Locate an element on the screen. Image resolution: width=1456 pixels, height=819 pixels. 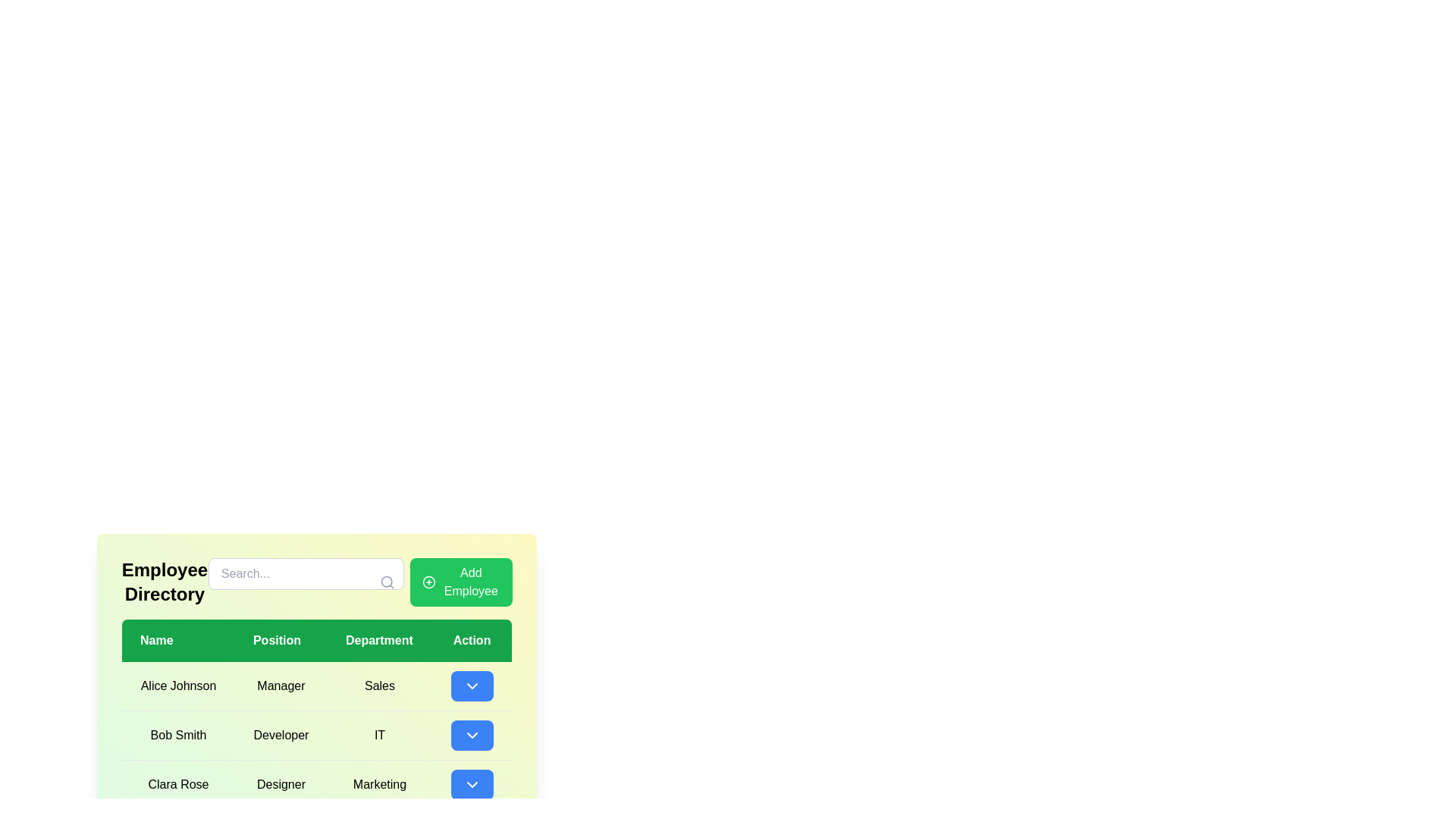
text label displaying the department 'IT' associated with employee 'Bob Smith', located in the third column of the second row of the table is located at coordinates (379, 734).